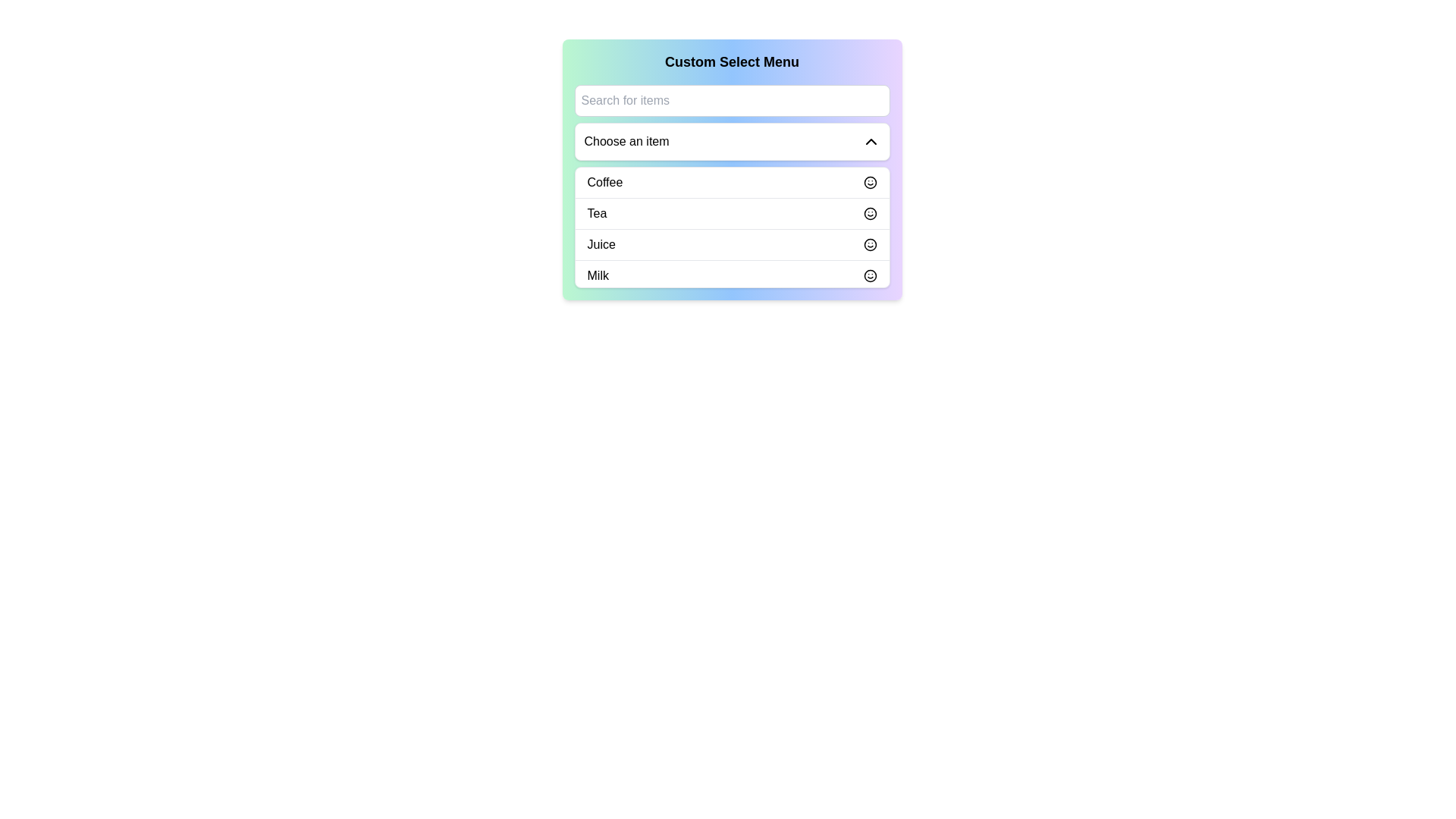 The image size is (1456, 819). What do you see at coordinates (870, 244) in the screenshot?
I see `the smiley face icon, which is styled with a rounded border and positioned to the right of the text 'Juice' in the third row of the menu` at bounding box center [870, 244].